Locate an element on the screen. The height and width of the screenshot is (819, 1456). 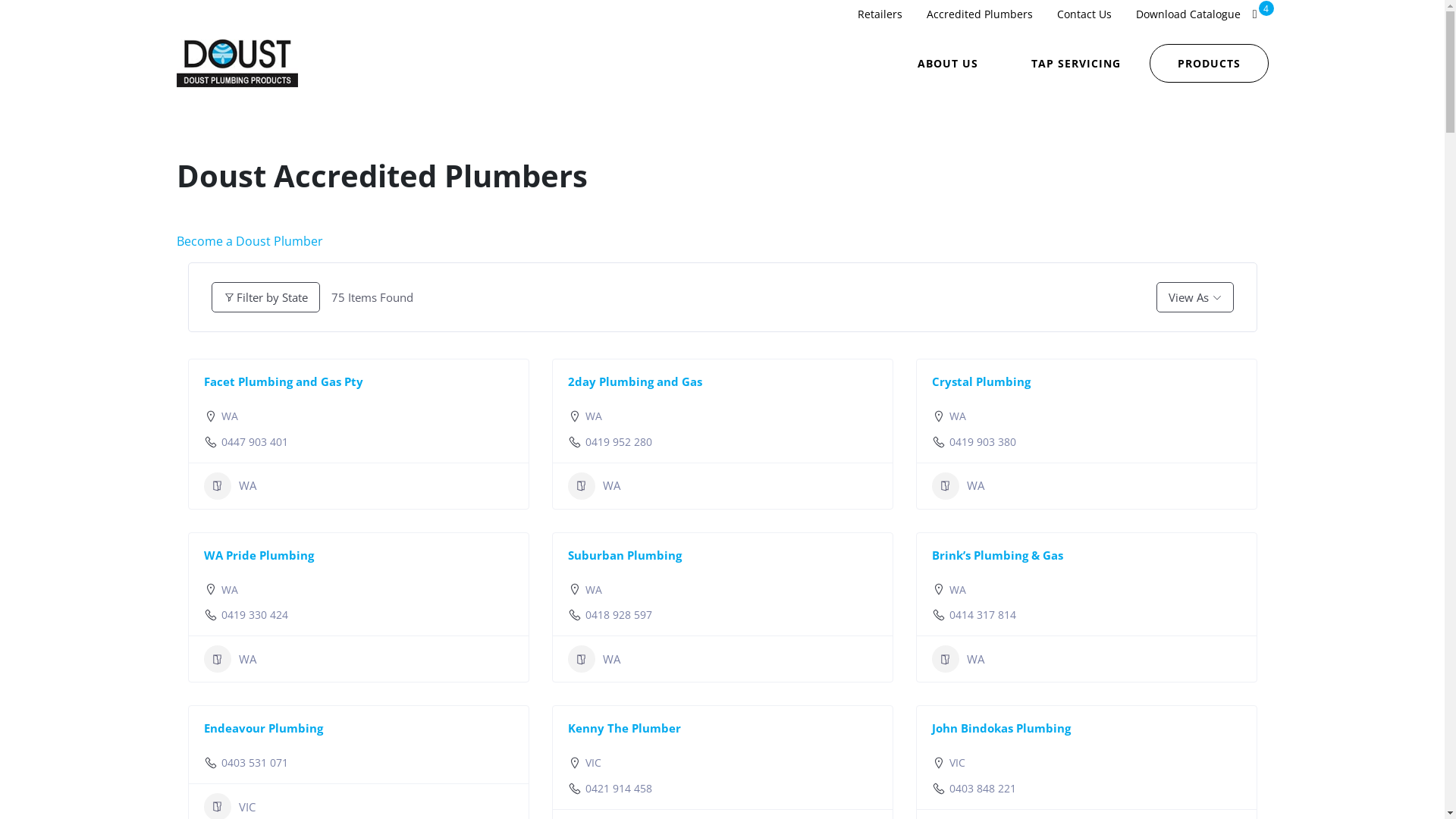
'4' is located at coordinates (1255, 14).